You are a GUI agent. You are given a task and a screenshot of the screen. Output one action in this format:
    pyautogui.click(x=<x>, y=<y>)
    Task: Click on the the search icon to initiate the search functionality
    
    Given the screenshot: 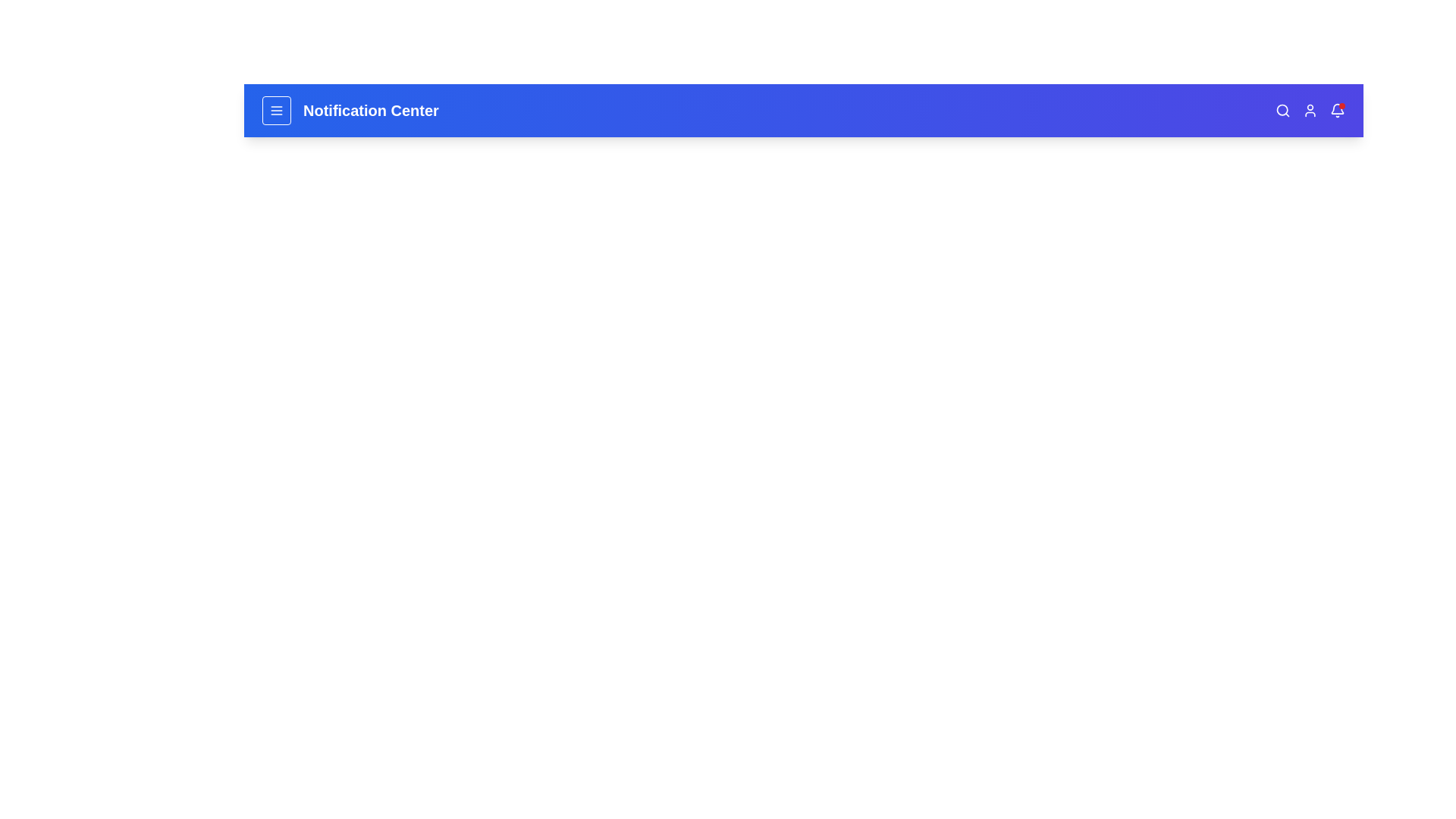 What is the action you would take?
    pyautogui.click(x=1282, y=110)
    